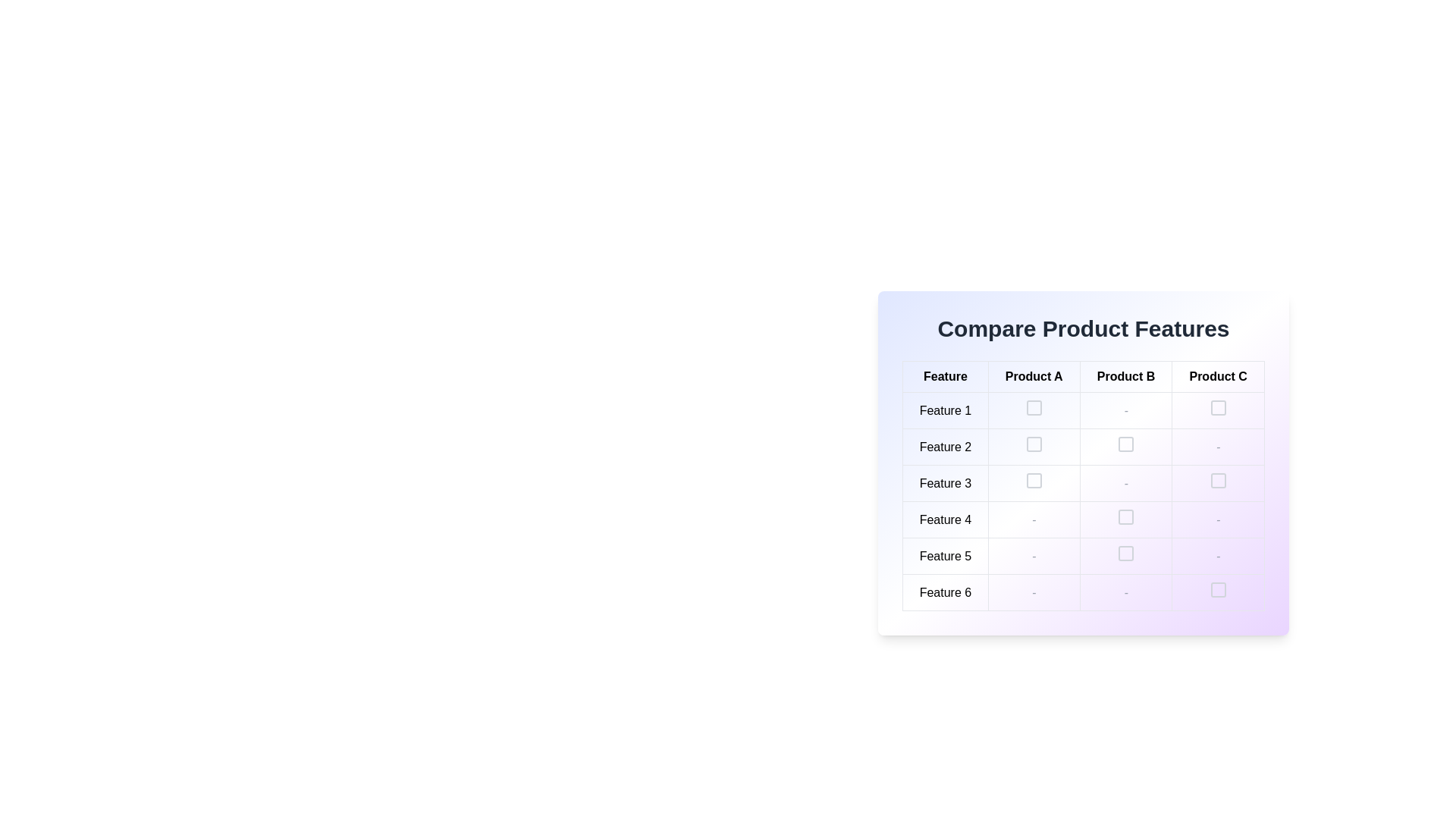 The width and height of the screenshot is (1456, 819). What do you see at coordinates (1218, 589) in the screenshot?
I see `the interactive checkbox for feature 6 of product C, located at the intersection of the 'Product C' column and 'Feature 6' row` at bounding box center [1218, 589].